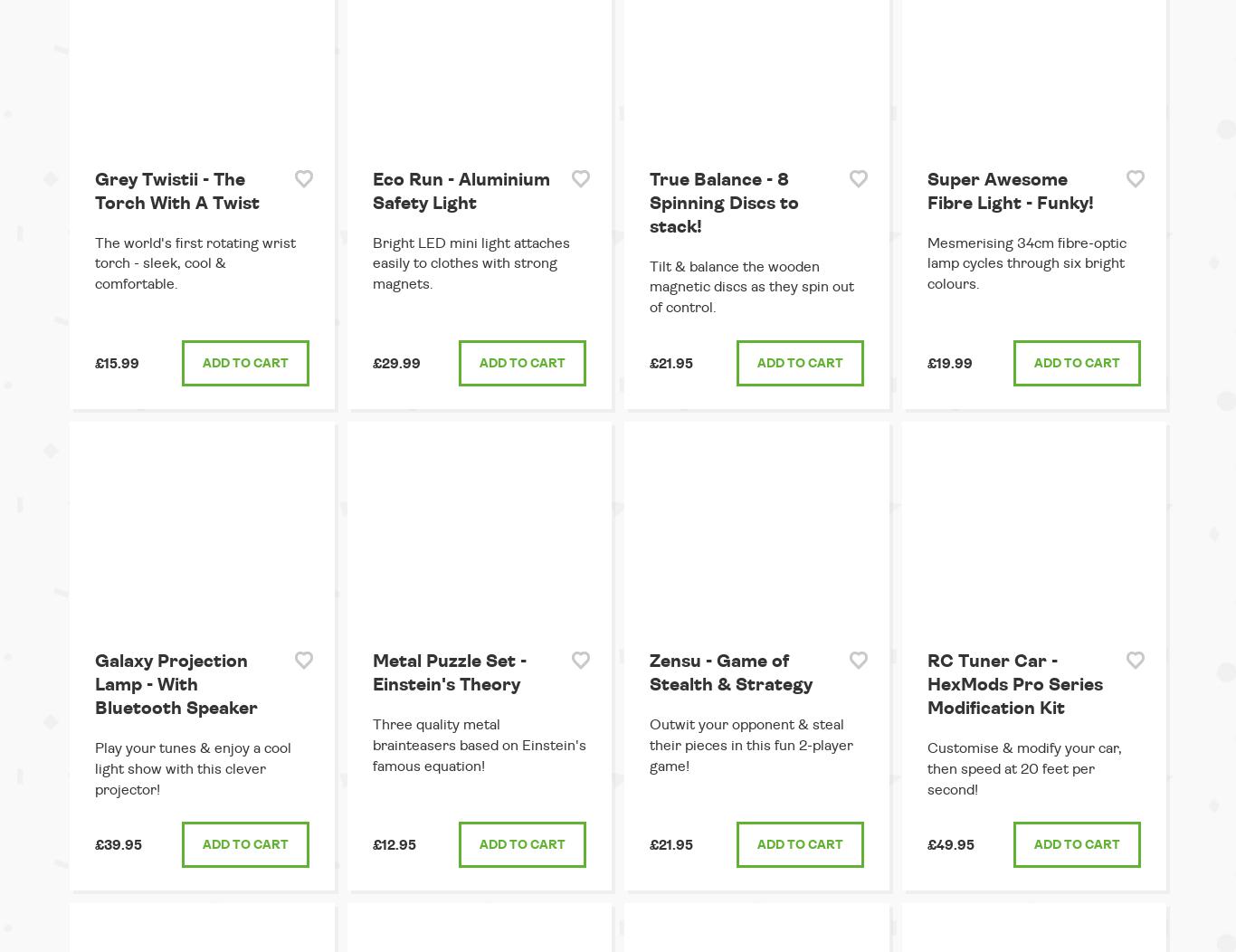 The height and width of the screenshot is (952, 1236). I want to click on 'Bright LED mini light attaches easily to clothes with strong magnets.', so click(471, 262).